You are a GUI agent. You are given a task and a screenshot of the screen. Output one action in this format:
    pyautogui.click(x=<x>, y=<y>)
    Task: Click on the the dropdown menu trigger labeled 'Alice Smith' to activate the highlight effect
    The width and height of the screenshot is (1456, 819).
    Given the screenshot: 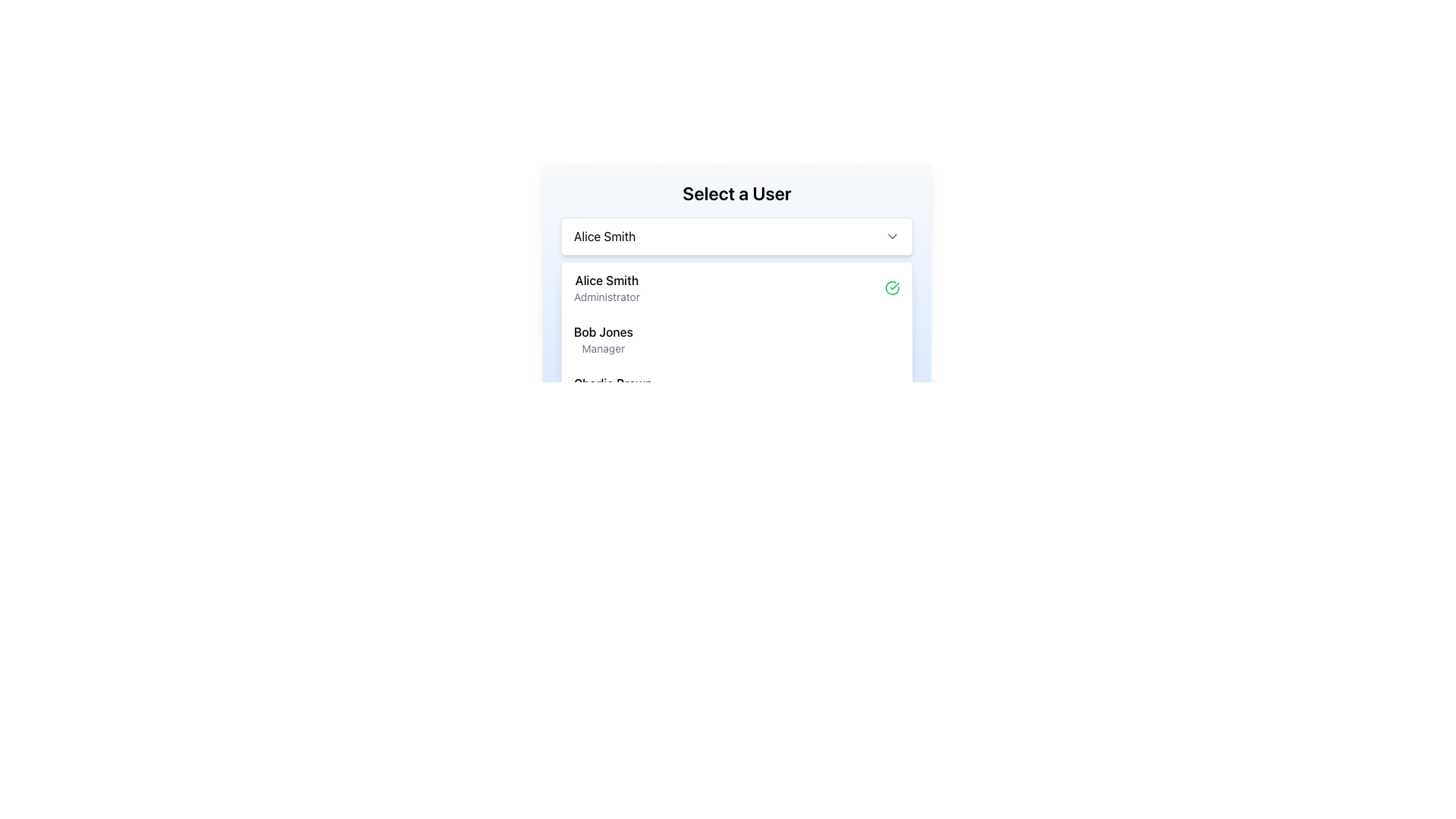 What is the action you would take?
    pyautogui.click(x=736, y=237)
    